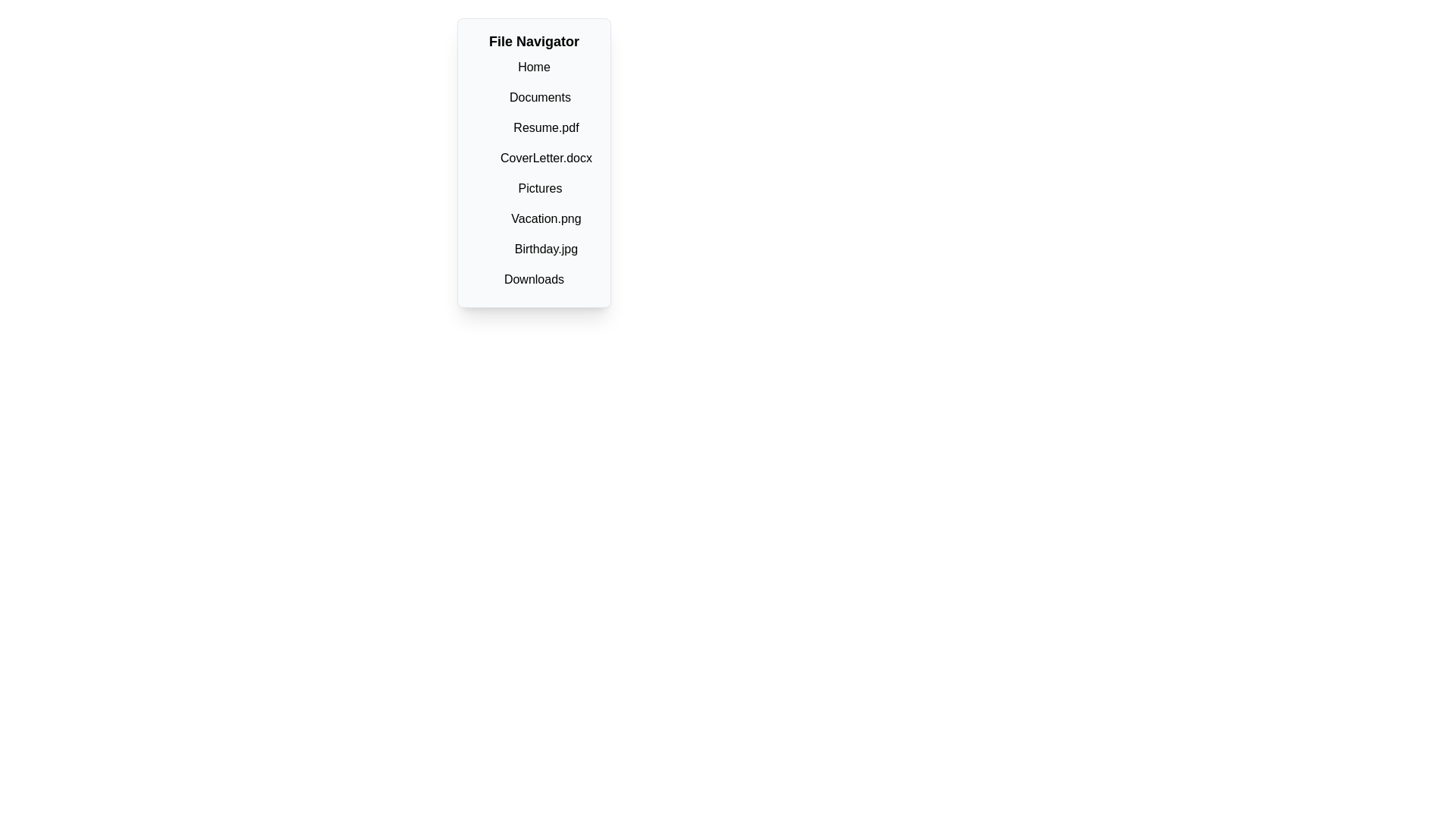 This screenshot has height=819, width=1456. Describe the element at coordinates (546, 127) in the screenshot. I see `to select the file named 'Resume.pdf' in the 'File Navigator' list, which is the third item after 'Home' and 'Documents'` at that location.